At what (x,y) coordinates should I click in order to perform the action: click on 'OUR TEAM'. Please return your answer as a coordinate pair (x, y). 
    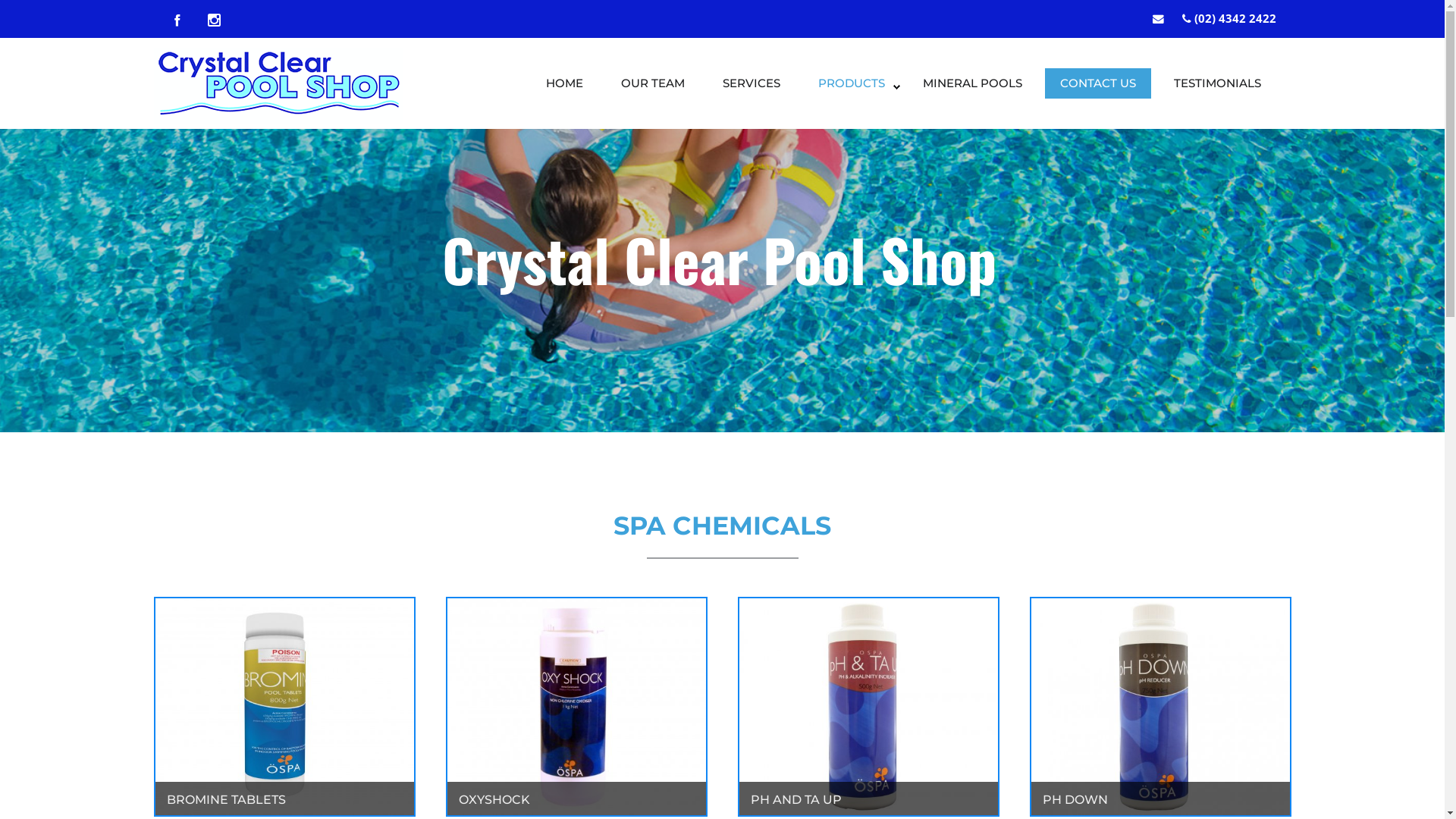
    Looking at the image, I should click on (651, 83).